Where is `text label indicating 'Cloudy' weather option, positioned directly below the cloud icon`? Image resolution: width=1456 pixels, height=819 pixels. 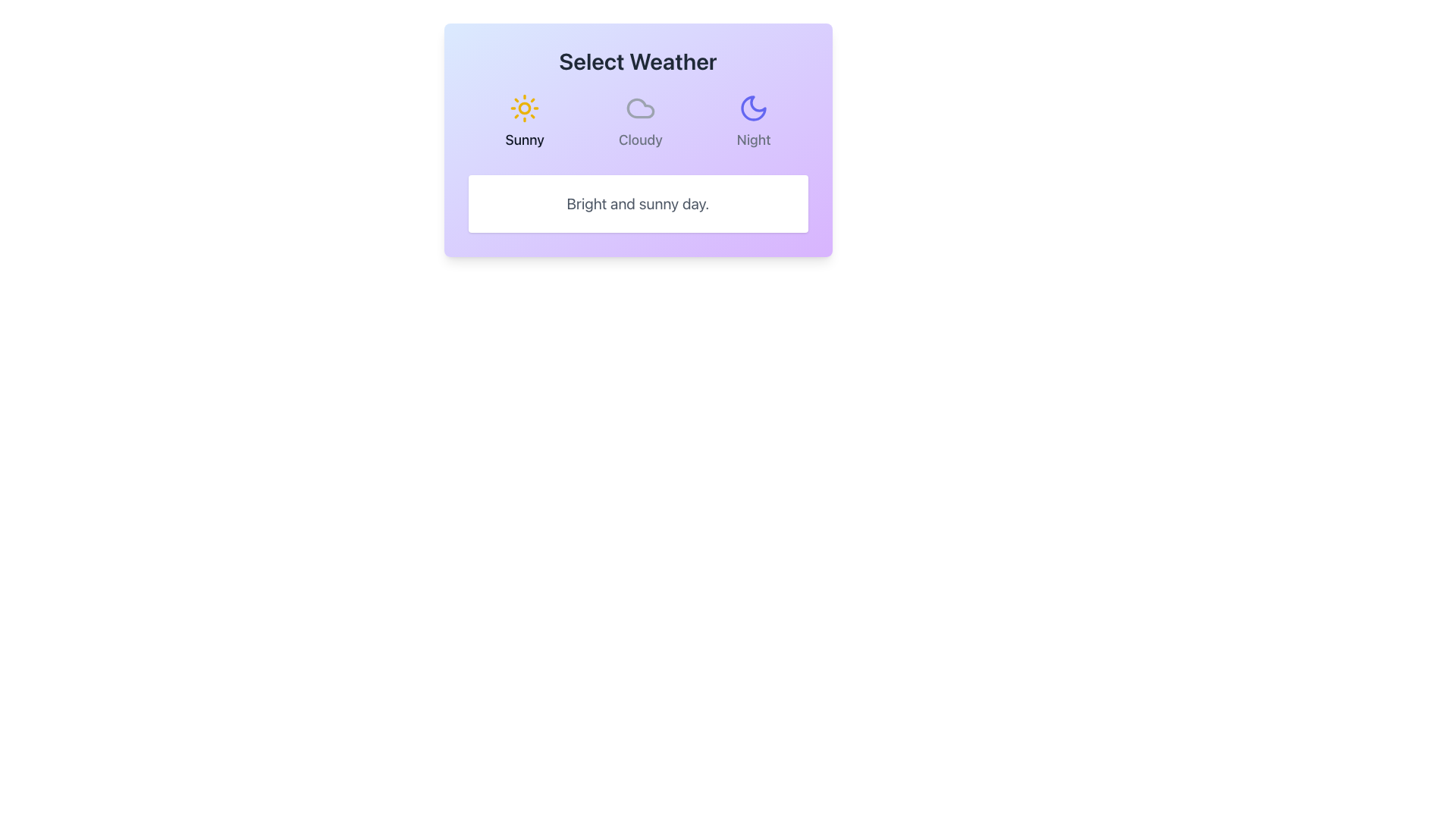
text label indicating 'Cloudy' weather option, positioned directly below the cloud icon is located at coordinates (640, 140).